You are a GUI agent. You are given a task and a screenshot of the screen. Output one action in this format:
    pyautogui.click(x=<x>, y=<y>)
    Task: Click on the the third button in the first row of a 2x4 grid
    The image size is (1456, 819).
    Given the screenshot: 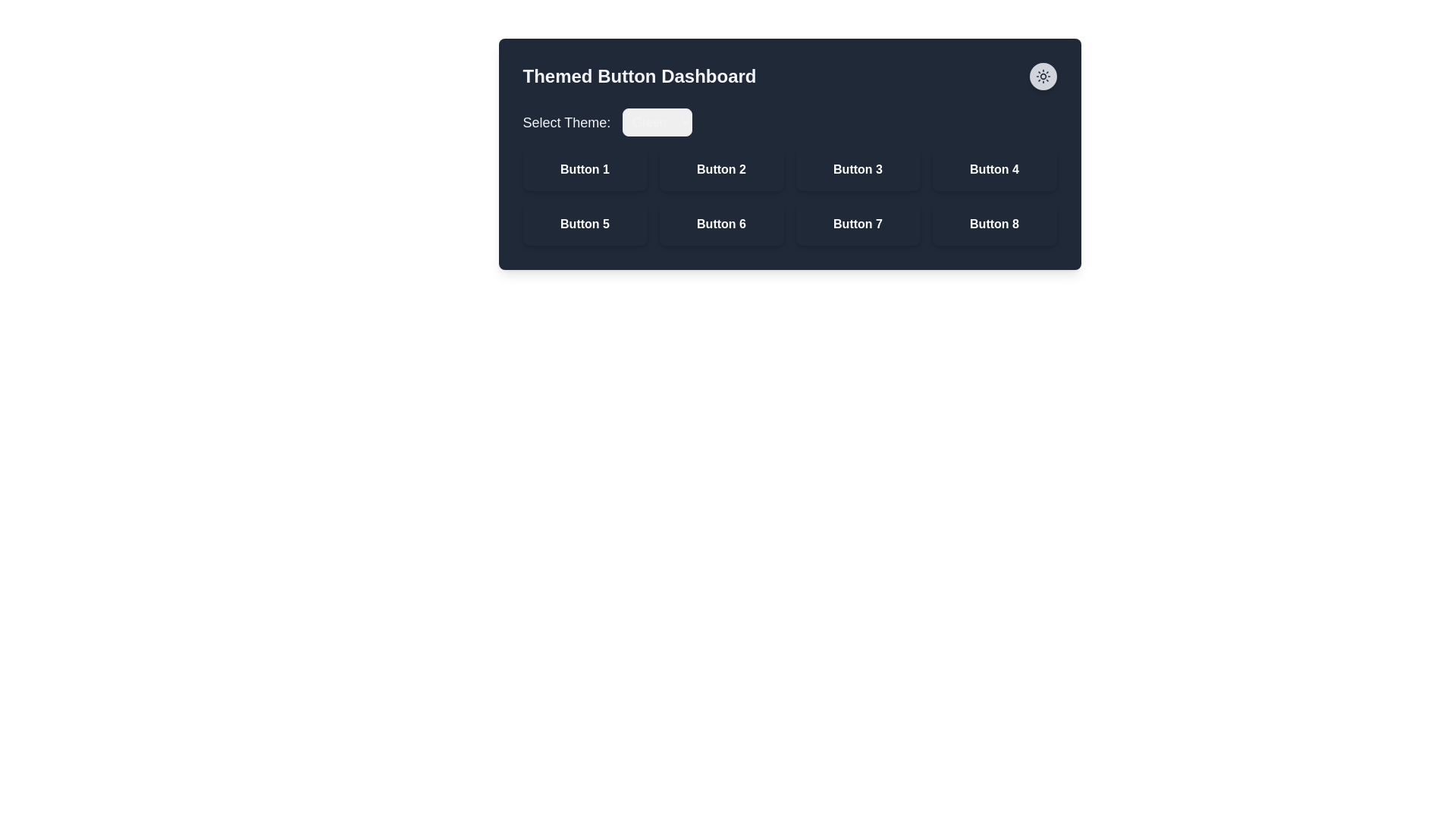 What is the action you would take?
    pyautogui.click(x=858, y=169)
    